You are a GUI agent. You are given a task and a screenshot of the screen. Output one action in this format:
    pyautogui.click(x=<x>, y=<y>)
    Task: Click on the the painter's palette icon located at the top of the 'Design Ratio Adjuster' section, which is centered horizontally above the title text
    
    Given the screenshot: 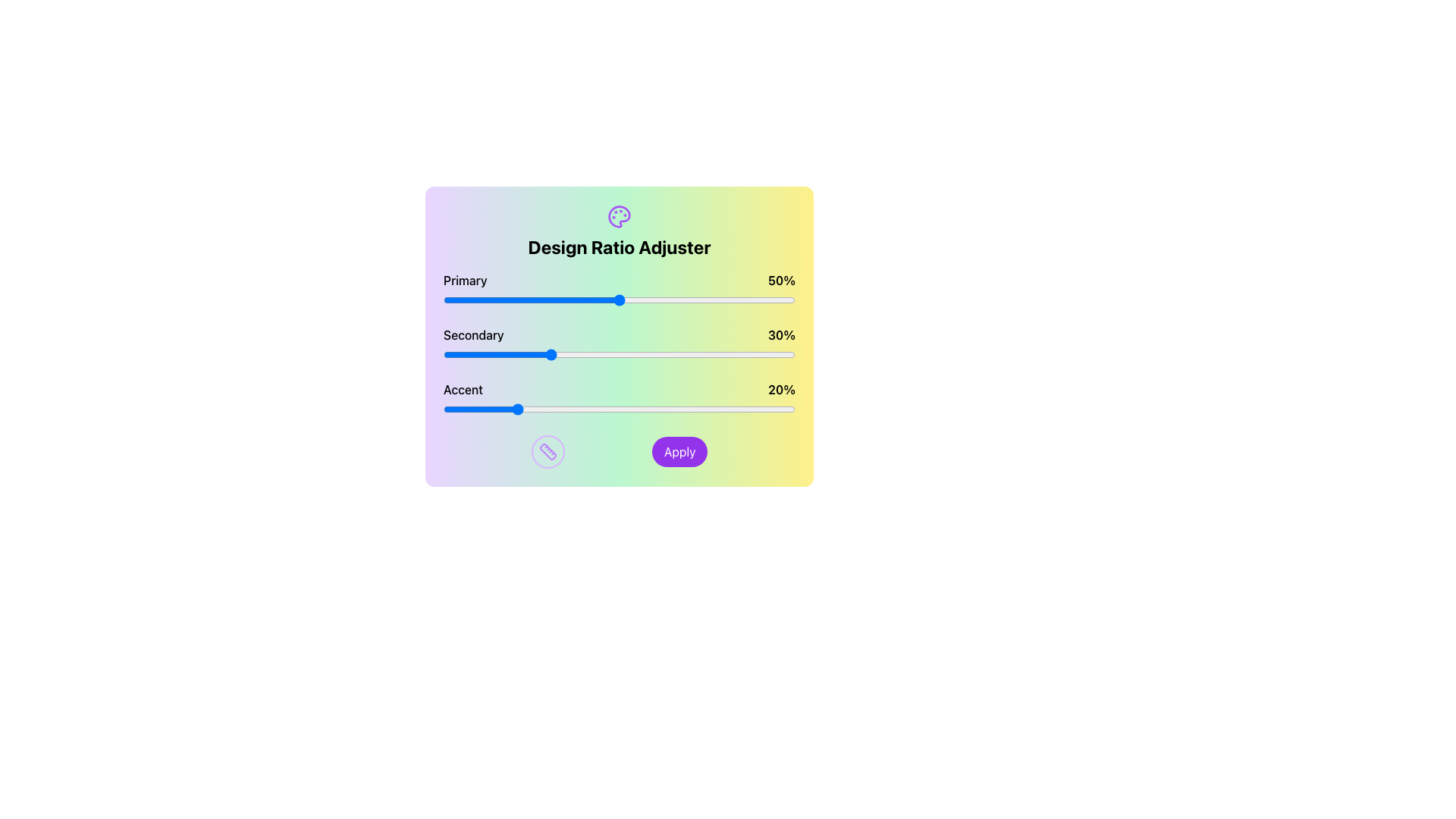 What is the action you would take?
    pyautogui.click(x=619, y=216)
    